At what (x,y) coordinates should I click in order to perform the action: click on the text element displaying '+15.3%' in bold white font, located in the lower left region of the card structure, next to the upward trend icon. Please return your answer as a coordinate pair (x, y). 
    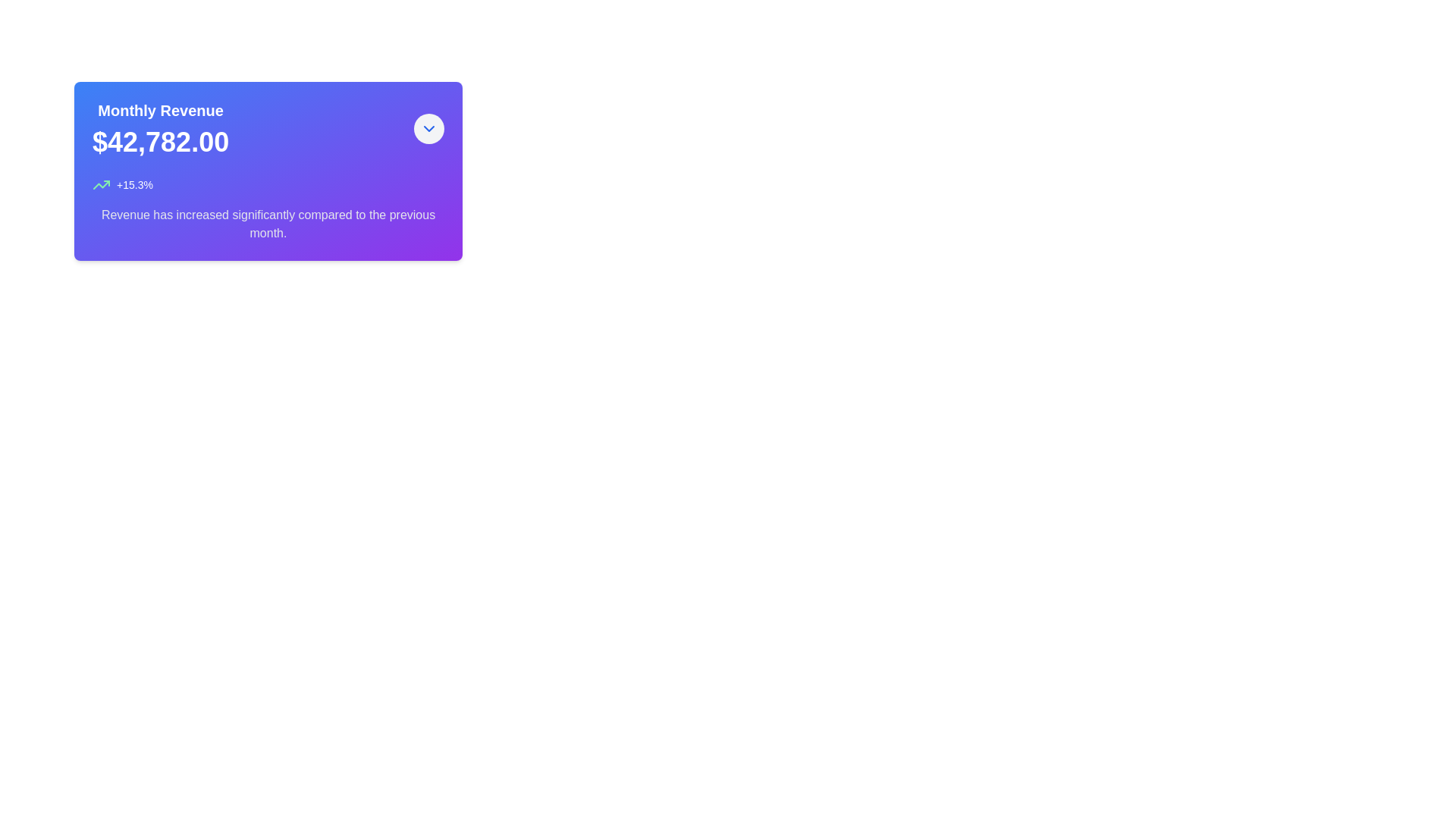
    Looking at the image, I should click on (134, 184).